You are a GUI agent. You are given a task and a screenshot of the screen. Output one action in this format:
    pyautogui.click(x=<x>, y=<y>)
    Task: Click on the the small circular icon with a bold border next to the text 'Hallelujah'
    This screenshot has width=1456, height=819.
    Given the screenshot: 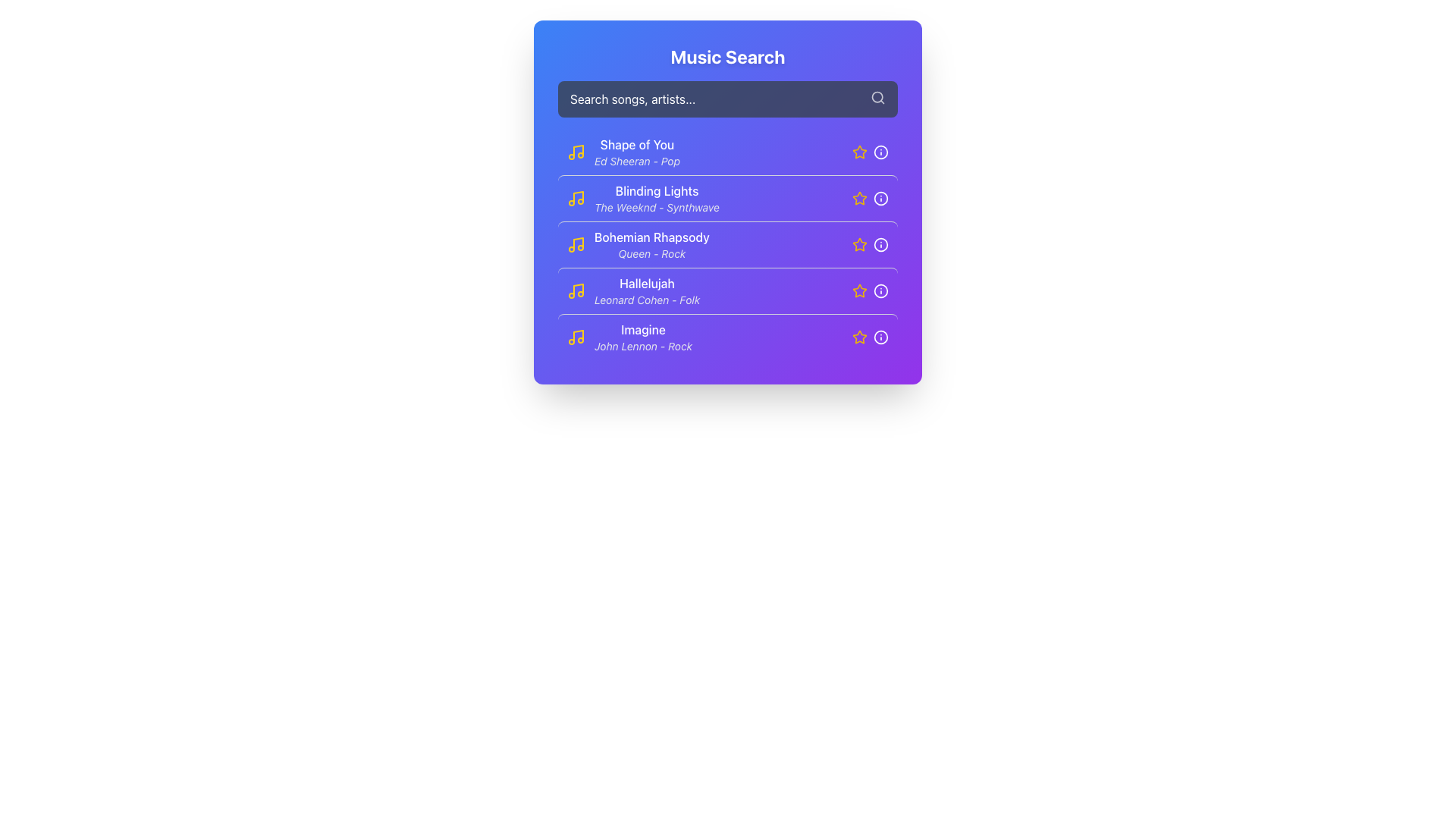 What is the action you would take?
    pyautogui.click(x=880, y=291)
    